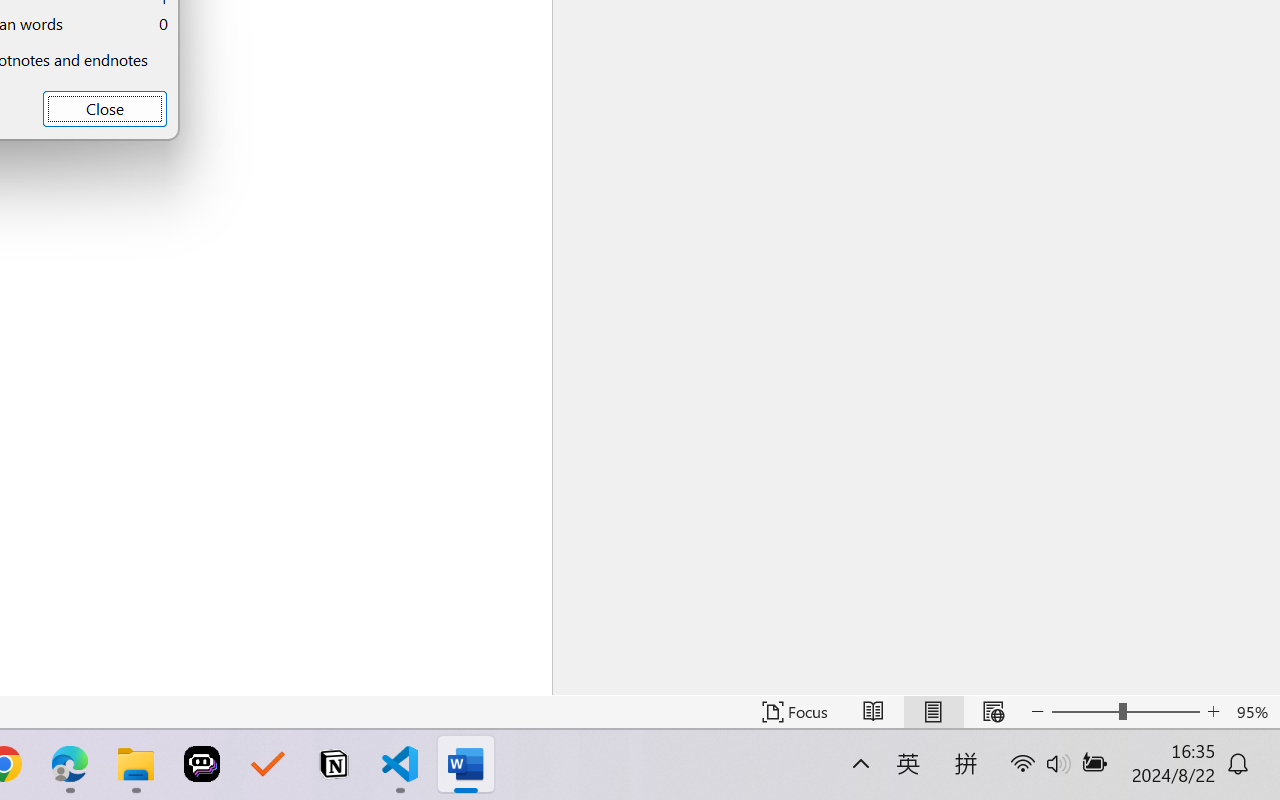 This screenshot has height=800, width=1280. I want to click on 'Zoom 95%', so click(1252, 711).